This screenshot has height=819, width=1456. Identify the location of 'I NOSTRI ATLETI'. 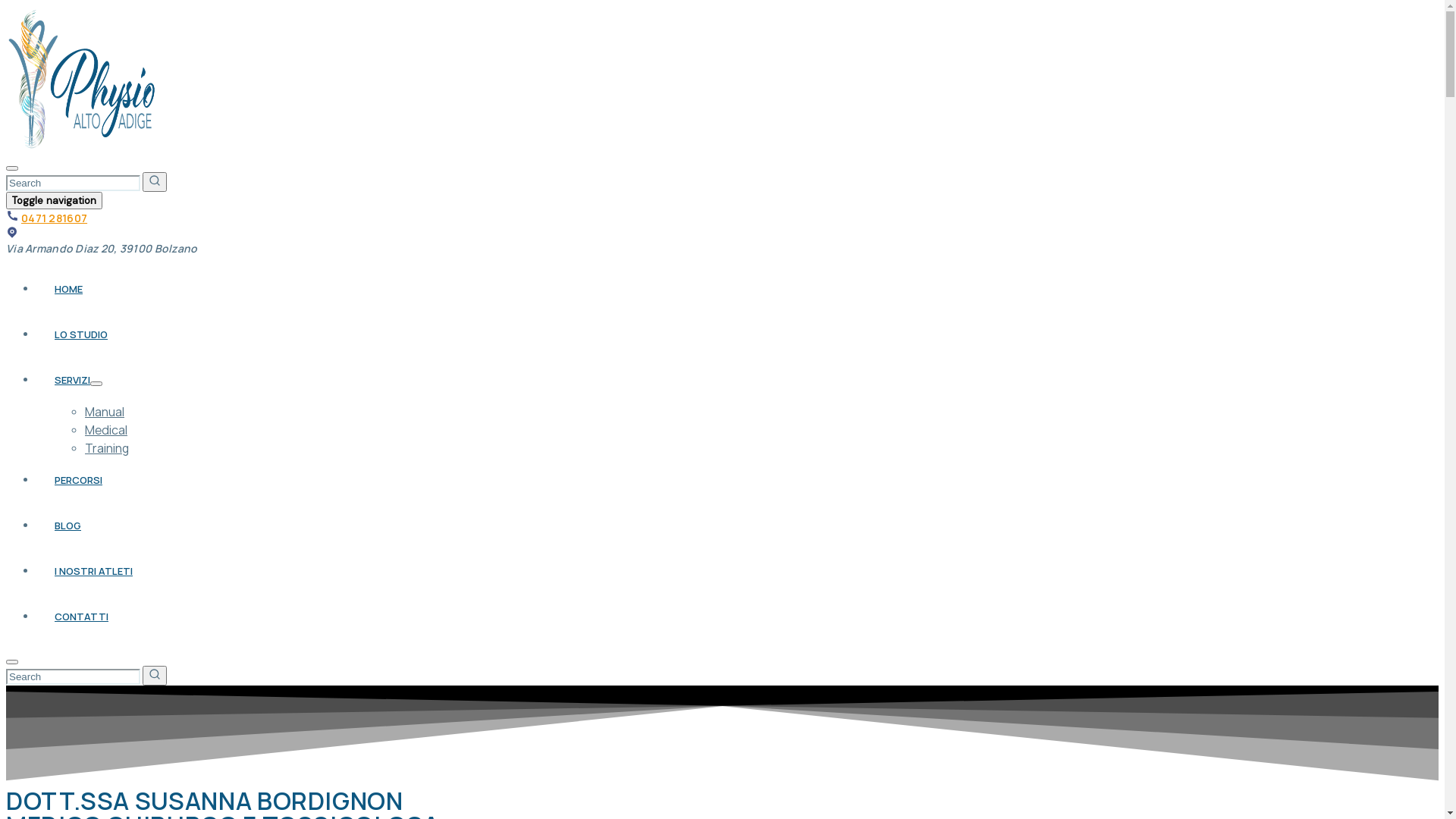
(93, 570).